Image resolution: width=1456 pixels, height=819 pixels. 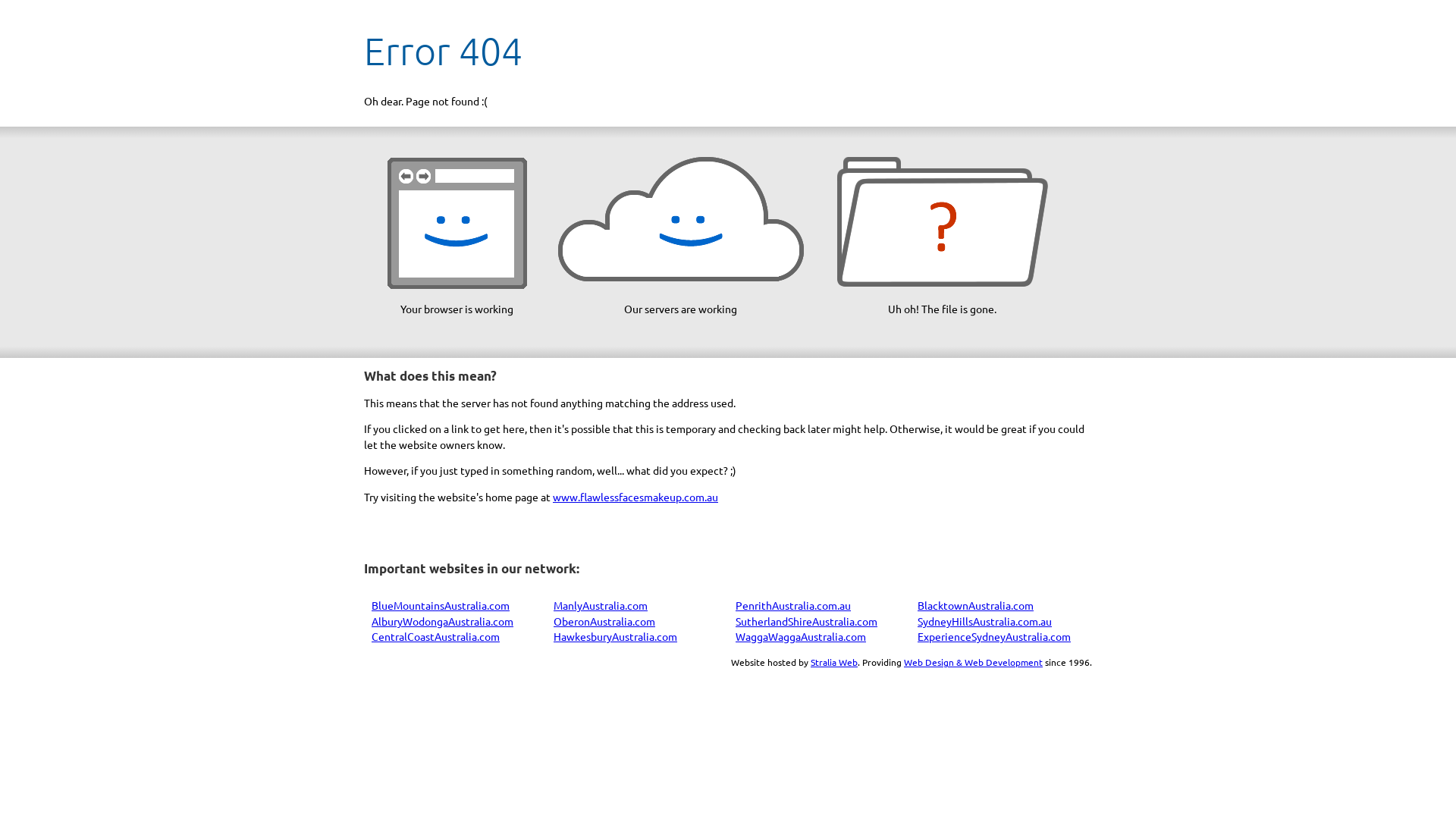 What do you see at coordinates (603, 620) in the screenshot?
I see `'OberonAustralia.com'` at bounding box center [603, 620].